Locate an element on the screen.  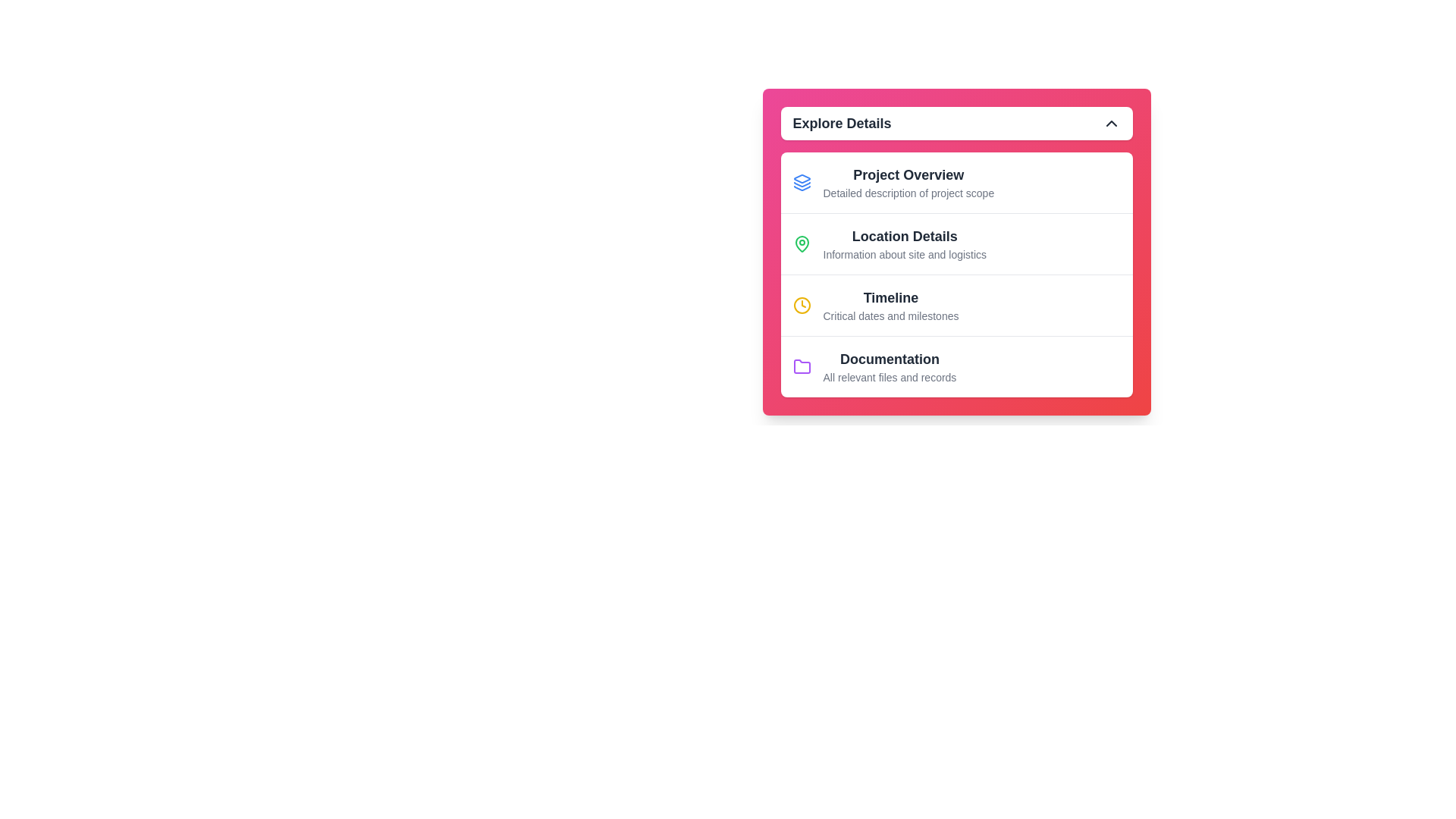
the 'Project Overview' card in the 'Explore Details' panel is located at coordinates (955, 181).